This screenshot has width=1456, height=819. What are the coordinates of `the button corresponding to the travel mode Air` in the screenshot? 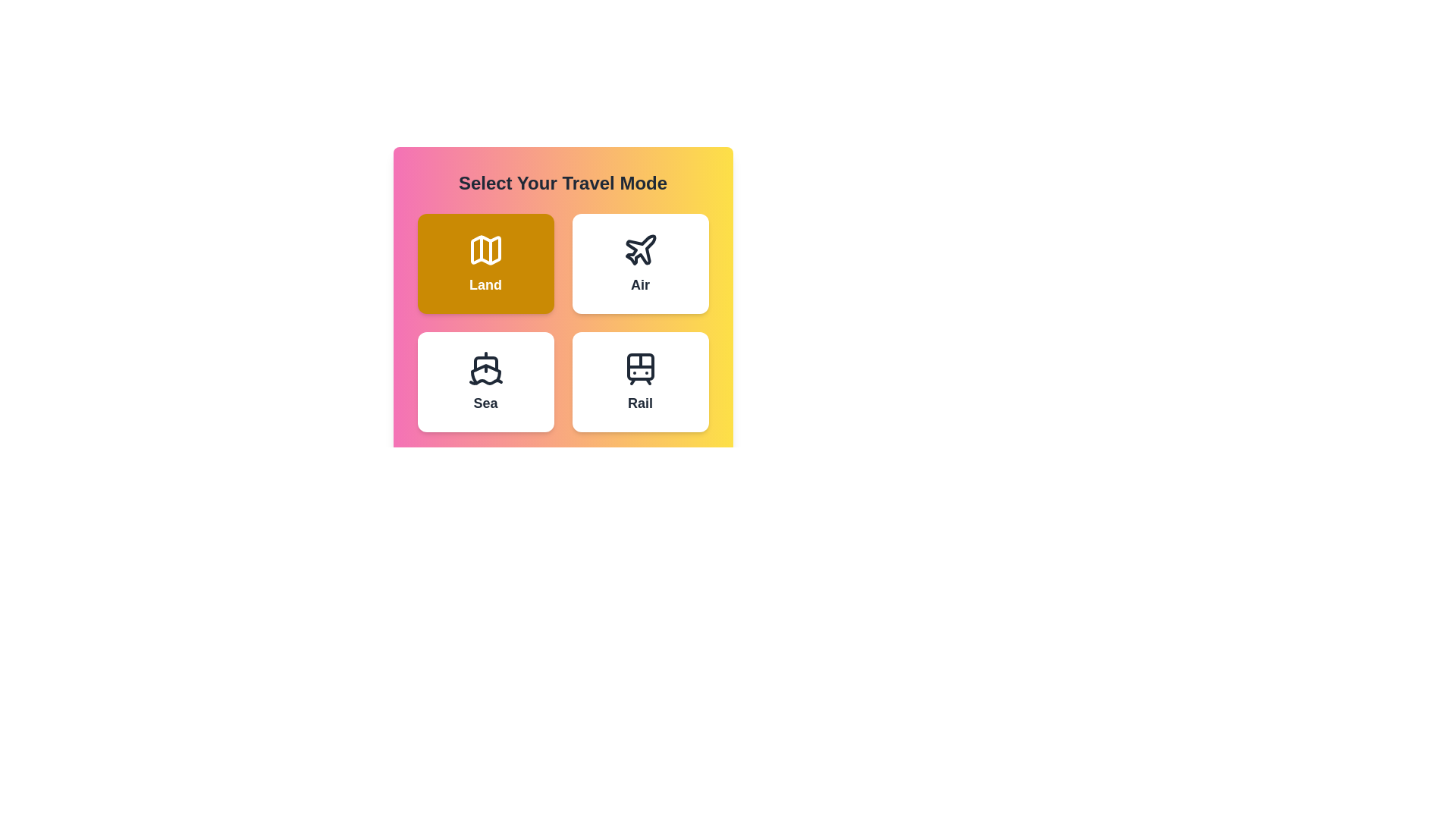 It's located at (640, 262).